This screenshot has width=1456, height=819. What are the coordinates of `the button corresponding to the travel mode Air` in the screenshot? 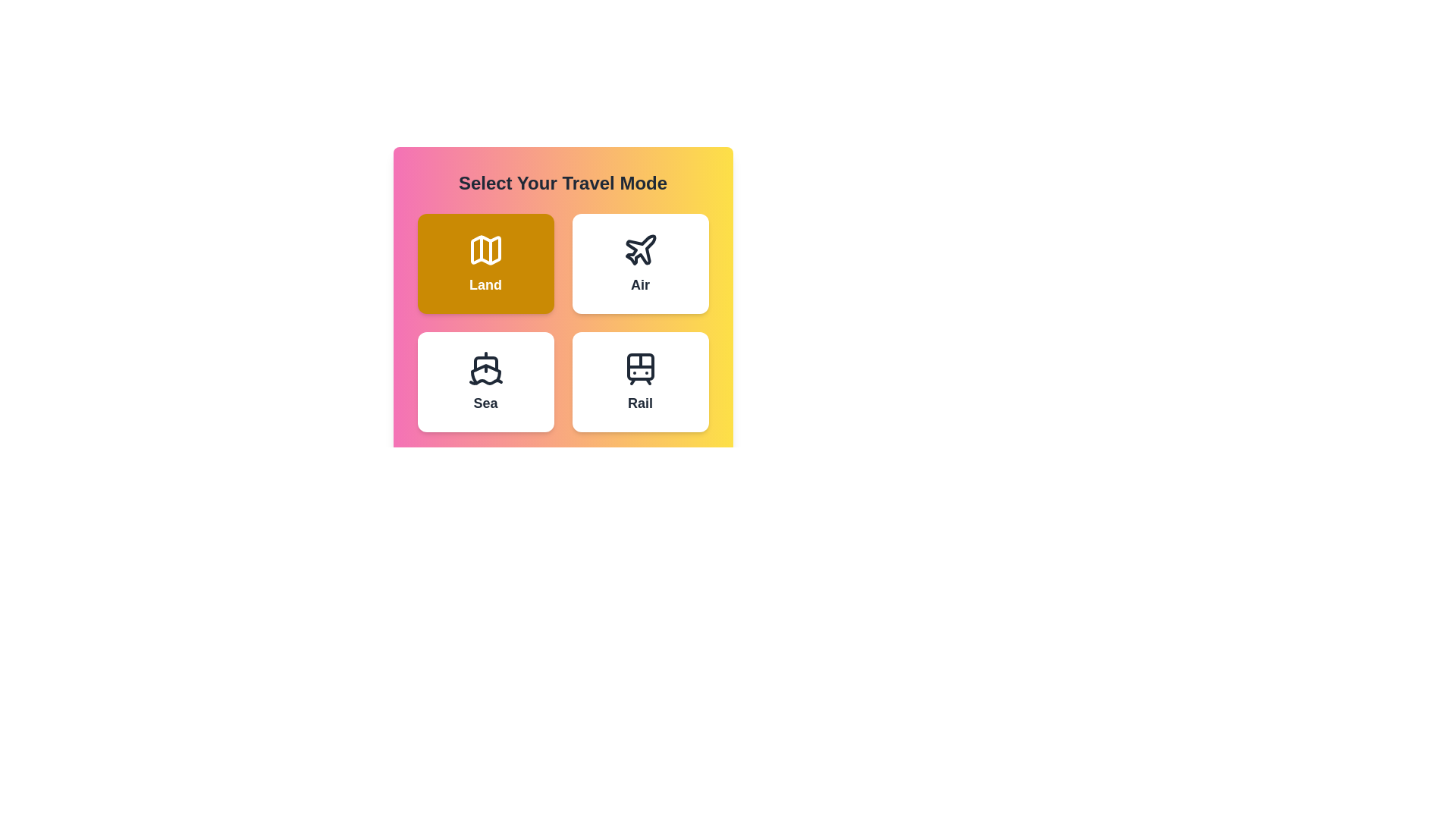 It's located at (640, 262).